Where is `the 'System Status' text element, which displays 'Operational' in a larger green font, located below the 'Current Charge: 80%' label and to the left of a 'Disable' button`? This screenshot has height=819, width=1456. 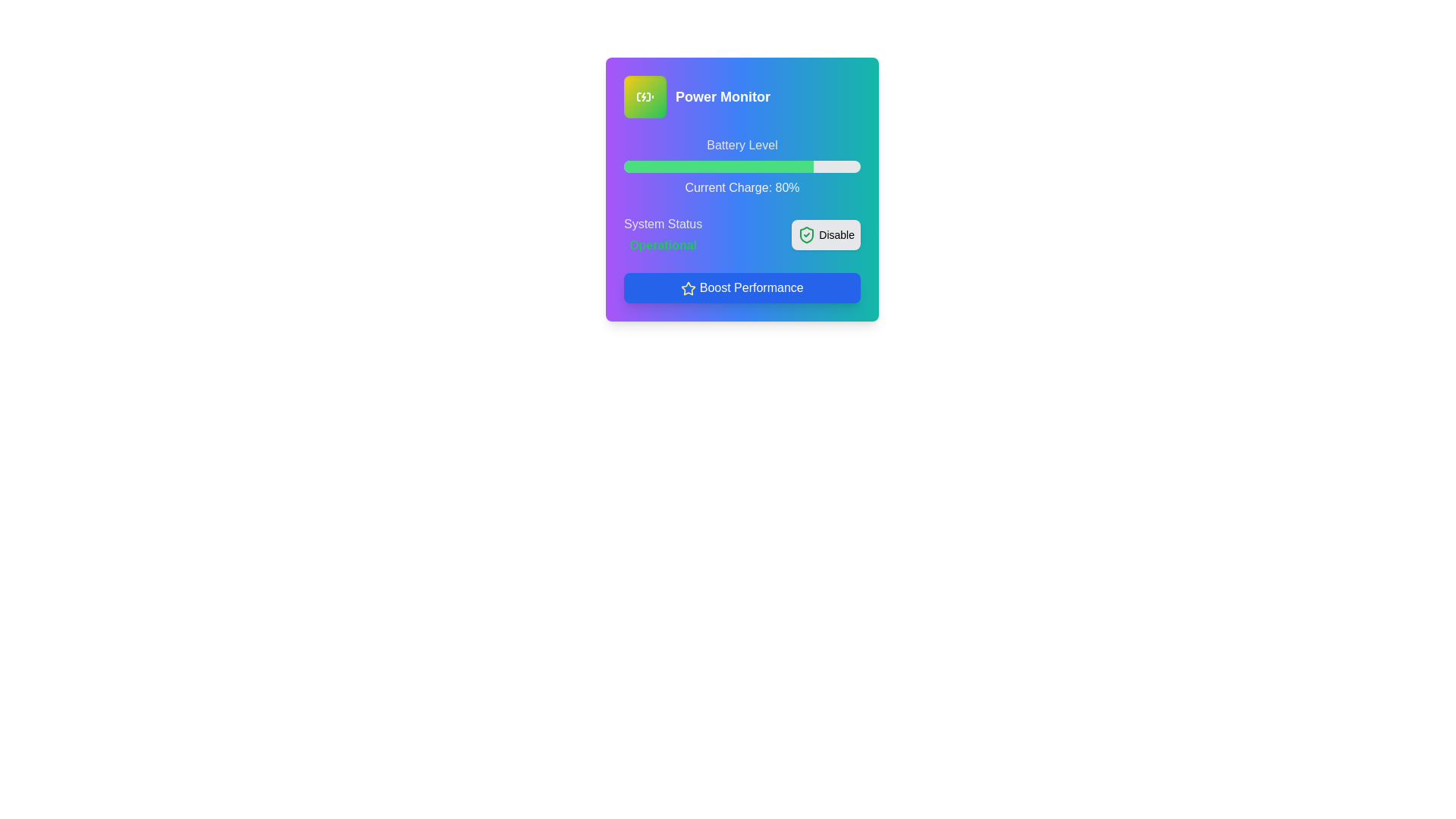
the 'System Status' text element, which displays 'Operational' in a larger green font, located below the 'Current Charge: 80%' label and to the left of a 'Disable' button is located at coordinates (663, 234).